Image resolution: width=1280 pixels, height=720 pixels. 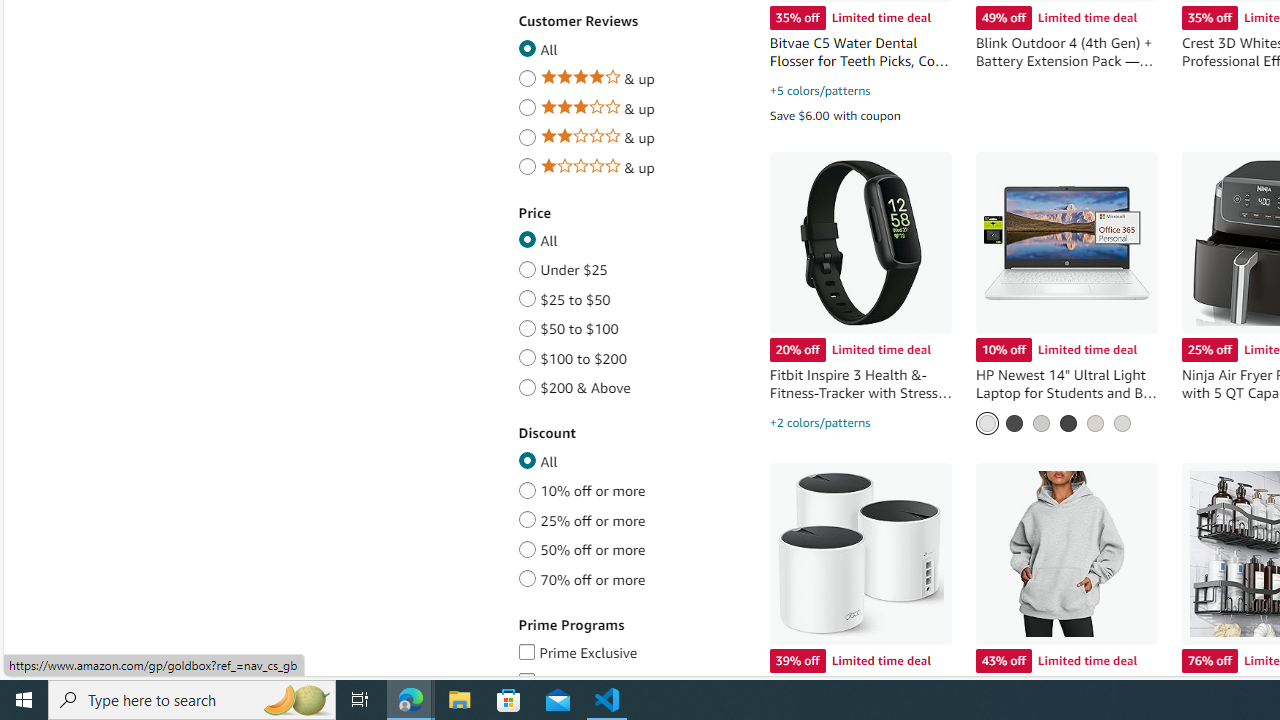 What do you see at coordinates (986, 422) in the screenshot?
I see `'Snowflake White'` at bounding box center [986, 422].